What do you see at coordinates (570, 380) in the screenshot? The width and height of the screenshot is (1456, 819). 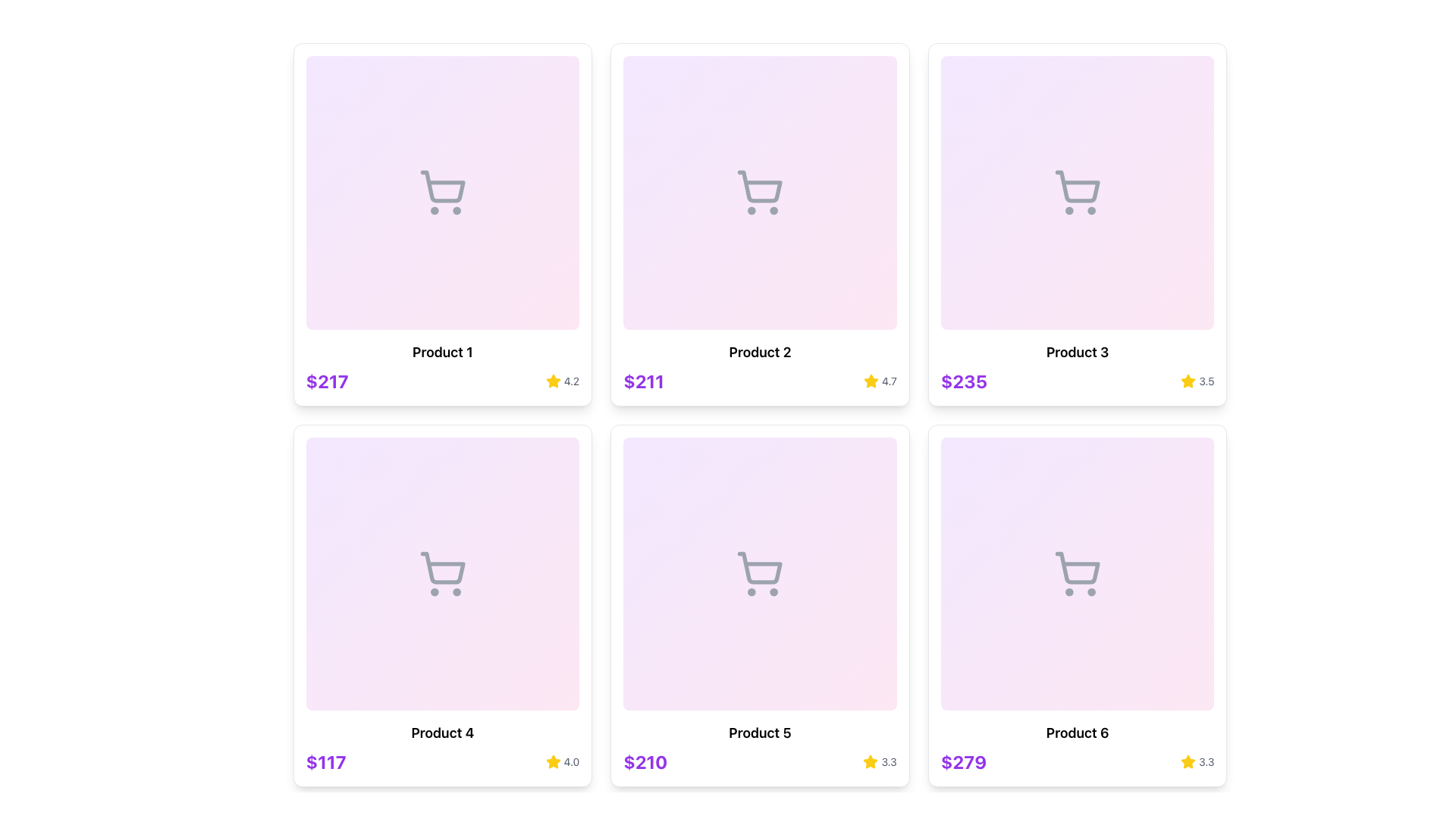 I see `text label displaying the rating score '4.2' located in the bottom-right area of the card for 'Product 1', next to the yellow star icon` at bounding box center [570, 380].